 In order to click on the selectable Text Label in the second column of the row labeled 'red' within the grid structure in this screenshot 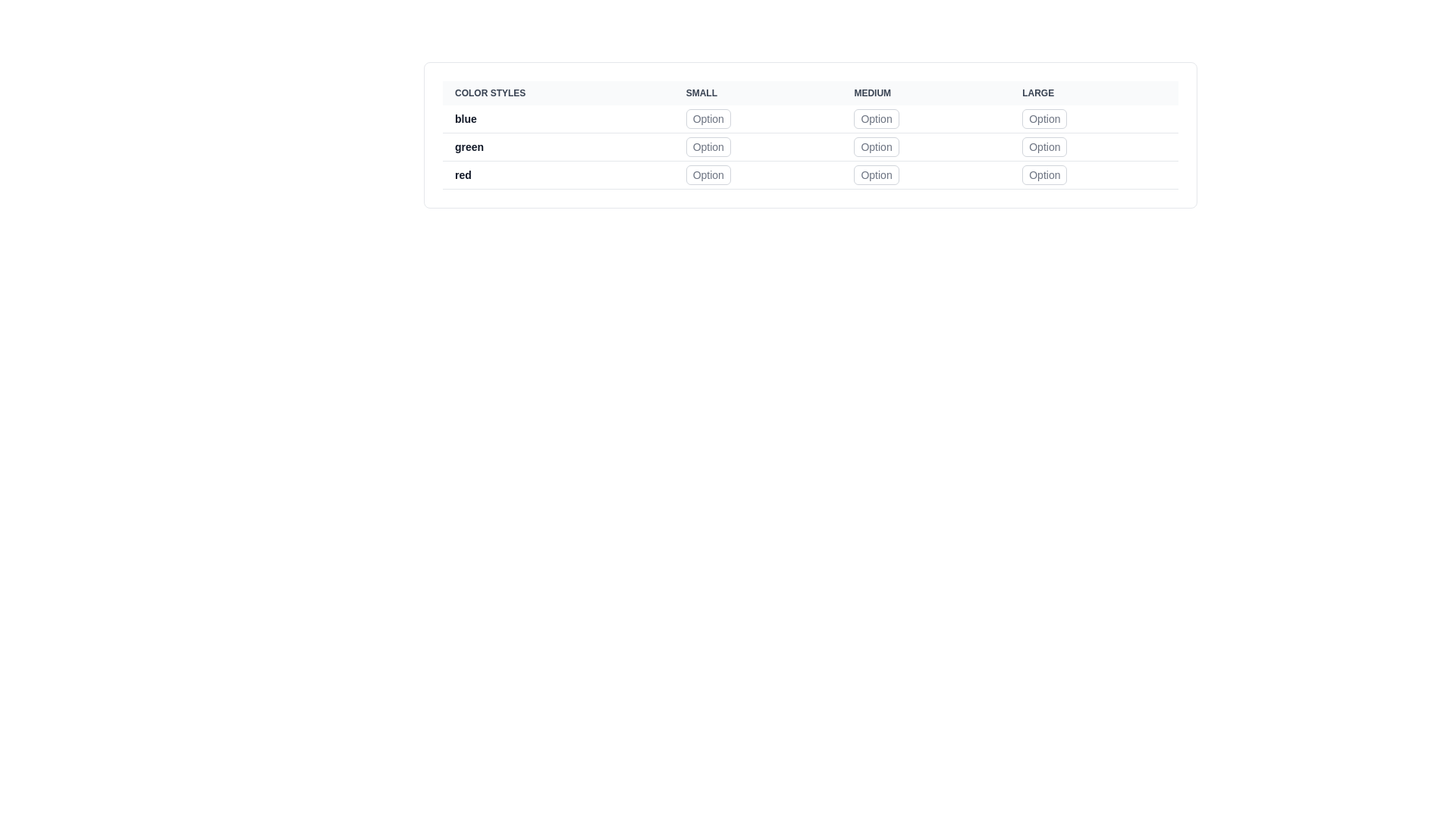, I will do `click(758, 174)`.